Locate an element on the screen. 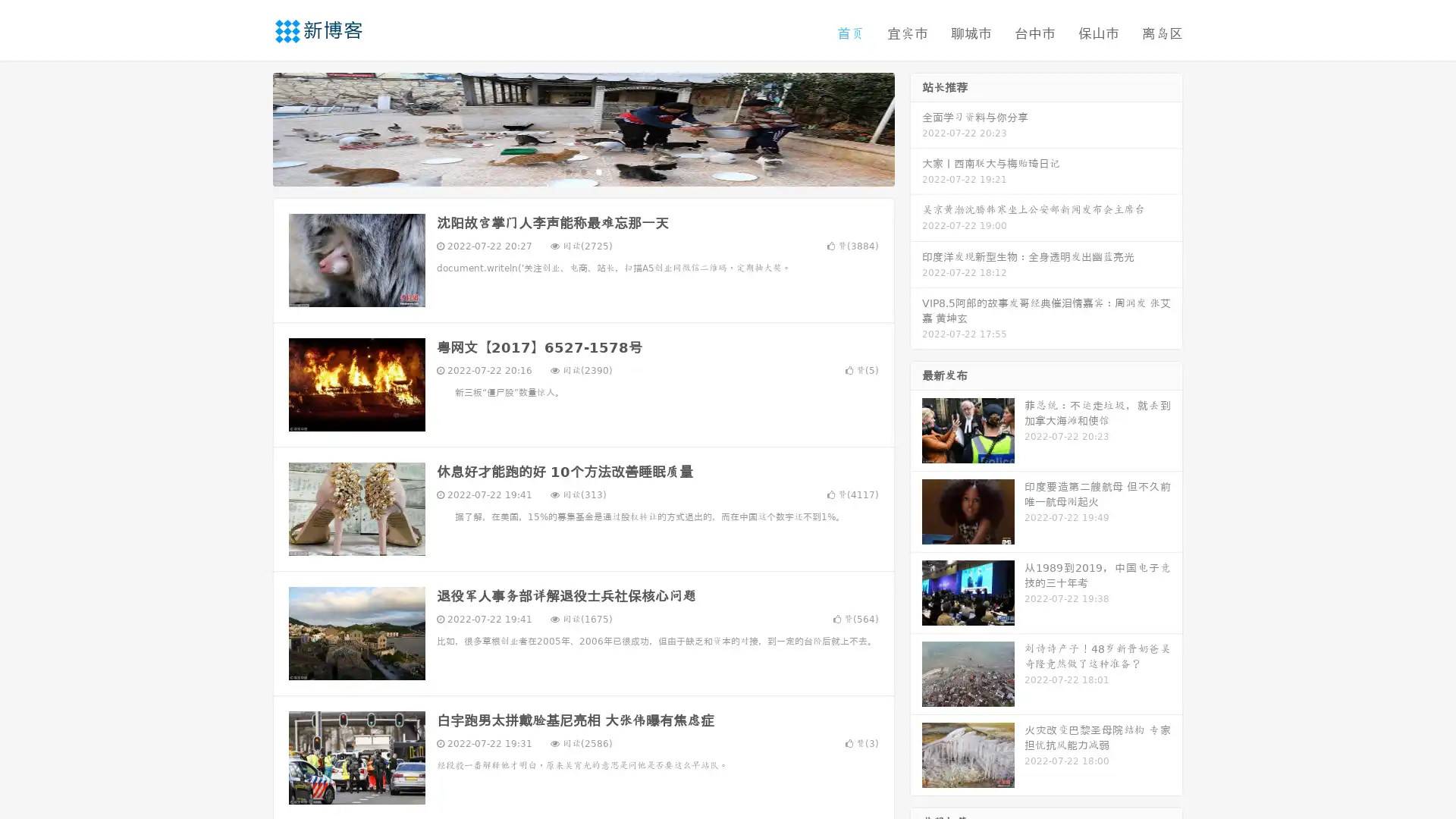  Go to slide 1 is located at coordinates (567, 171).